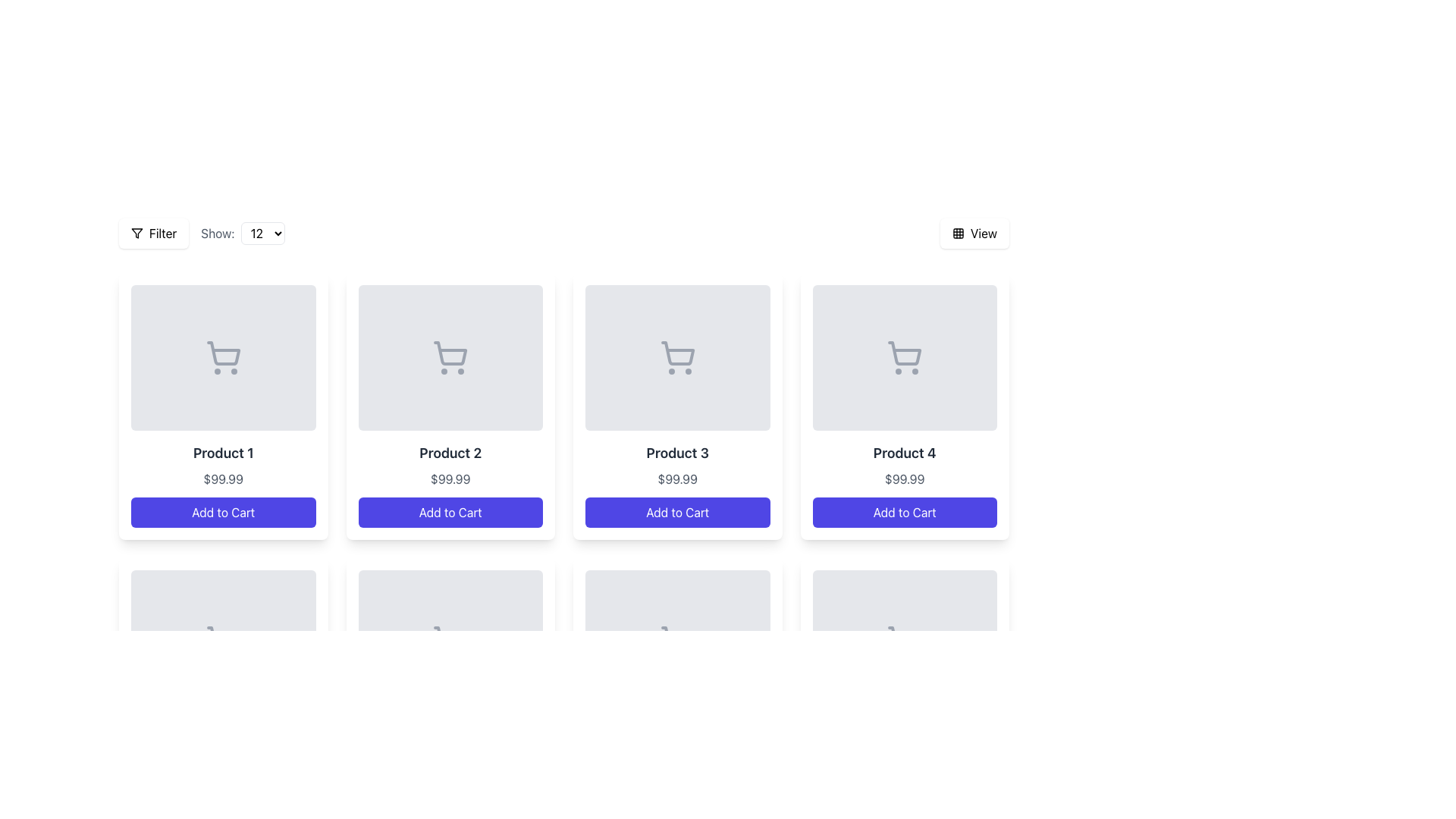 This screenshot has width=1456, height=819. Describe the element at coordinates (905, 452) in the screenshot. I see `text label that says 'Product 4', which is prominently displayed in a large bold gray font within the fourth product card` at that location.